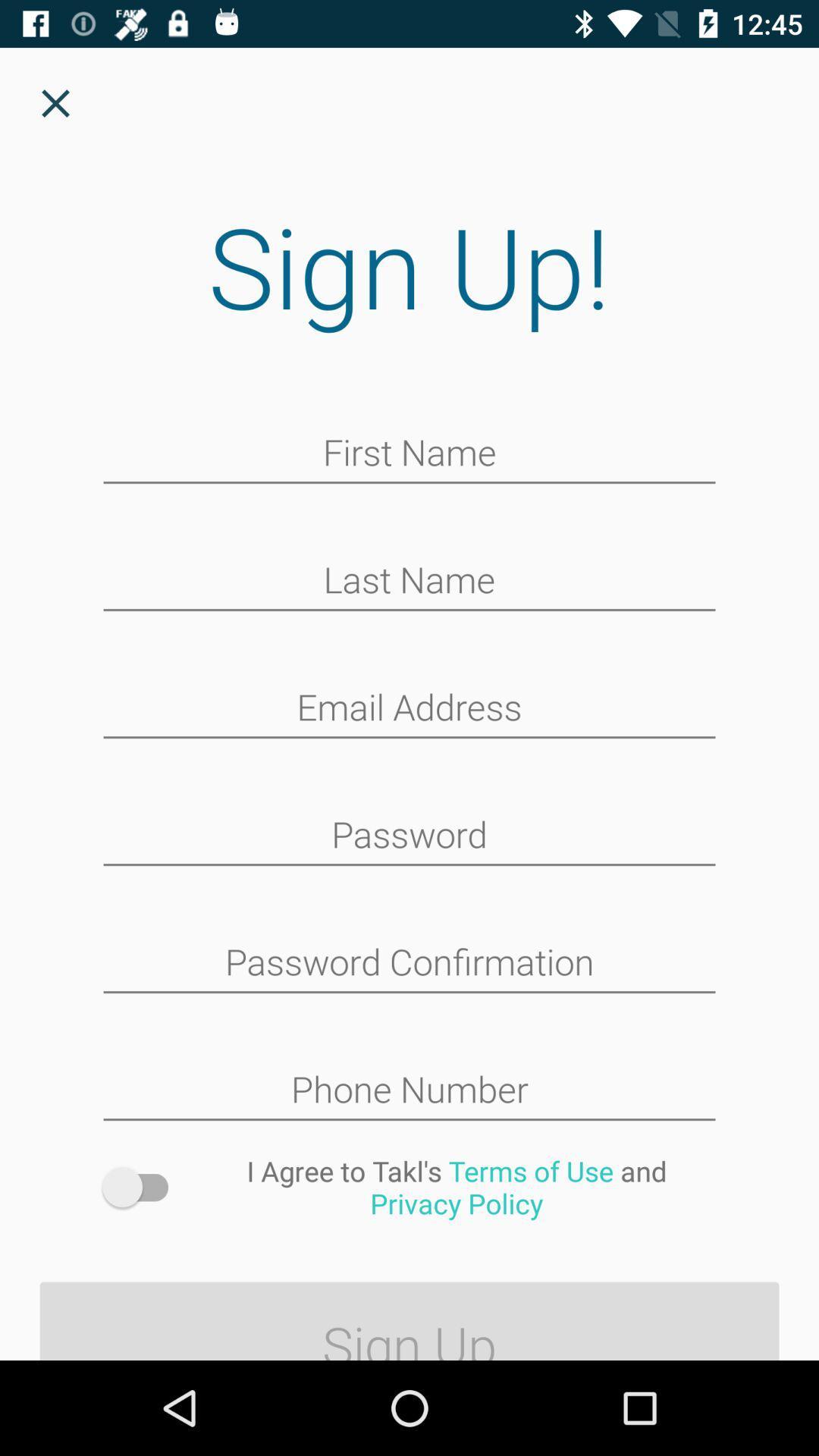 The width and height of the screenshot is (819, 1456). I want to click on text box to enter user 's first name, so click(409, 453).